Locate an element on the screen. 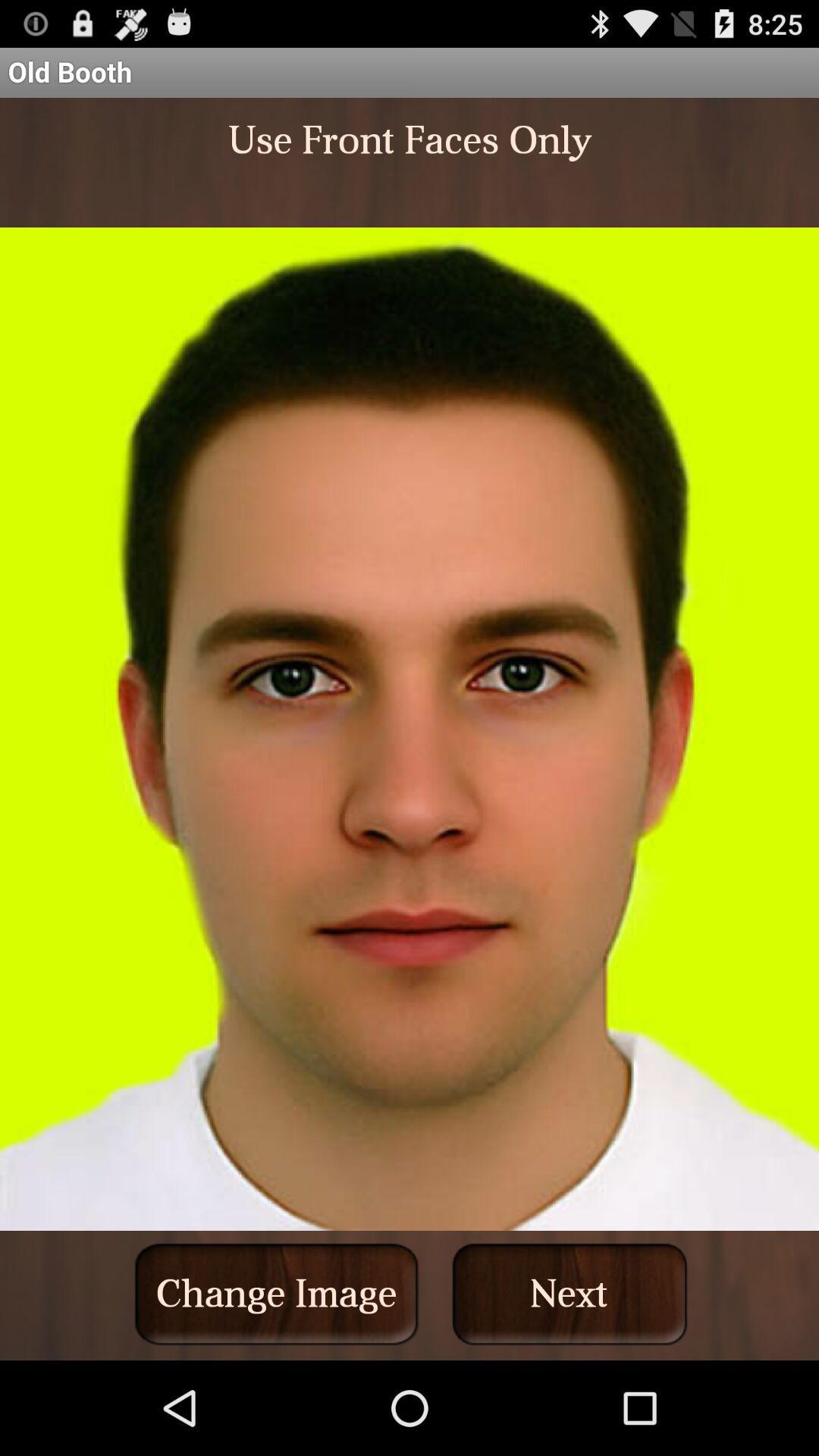 The height and width of the screenshot is (1456, 819). change image is located at coordinates (276, 1293).